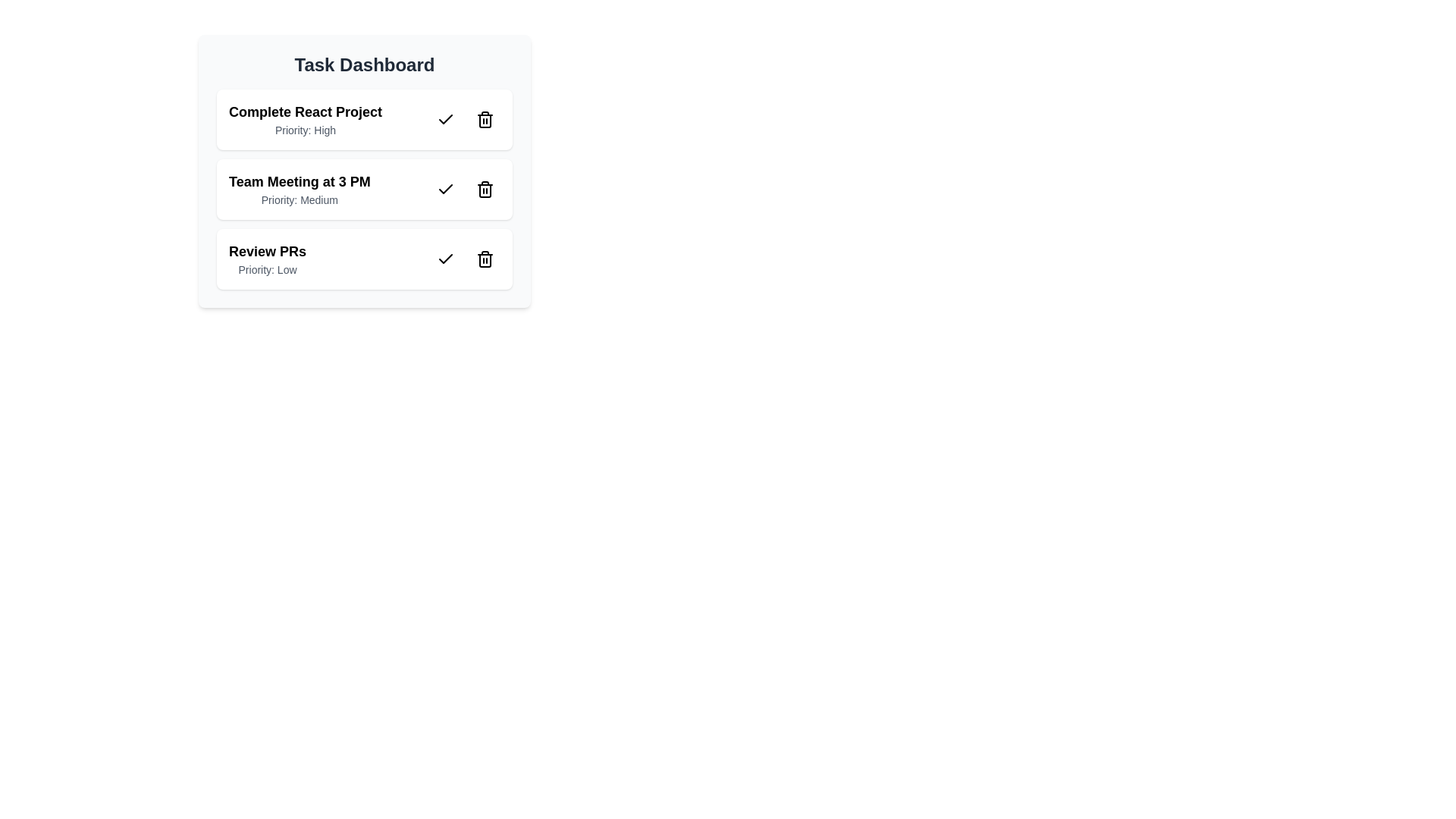  Describe the element at coordinates (484, 119) in the screenshot. I see `the trash icon for the task titled 'Complete React Project' to remove it` at that location.